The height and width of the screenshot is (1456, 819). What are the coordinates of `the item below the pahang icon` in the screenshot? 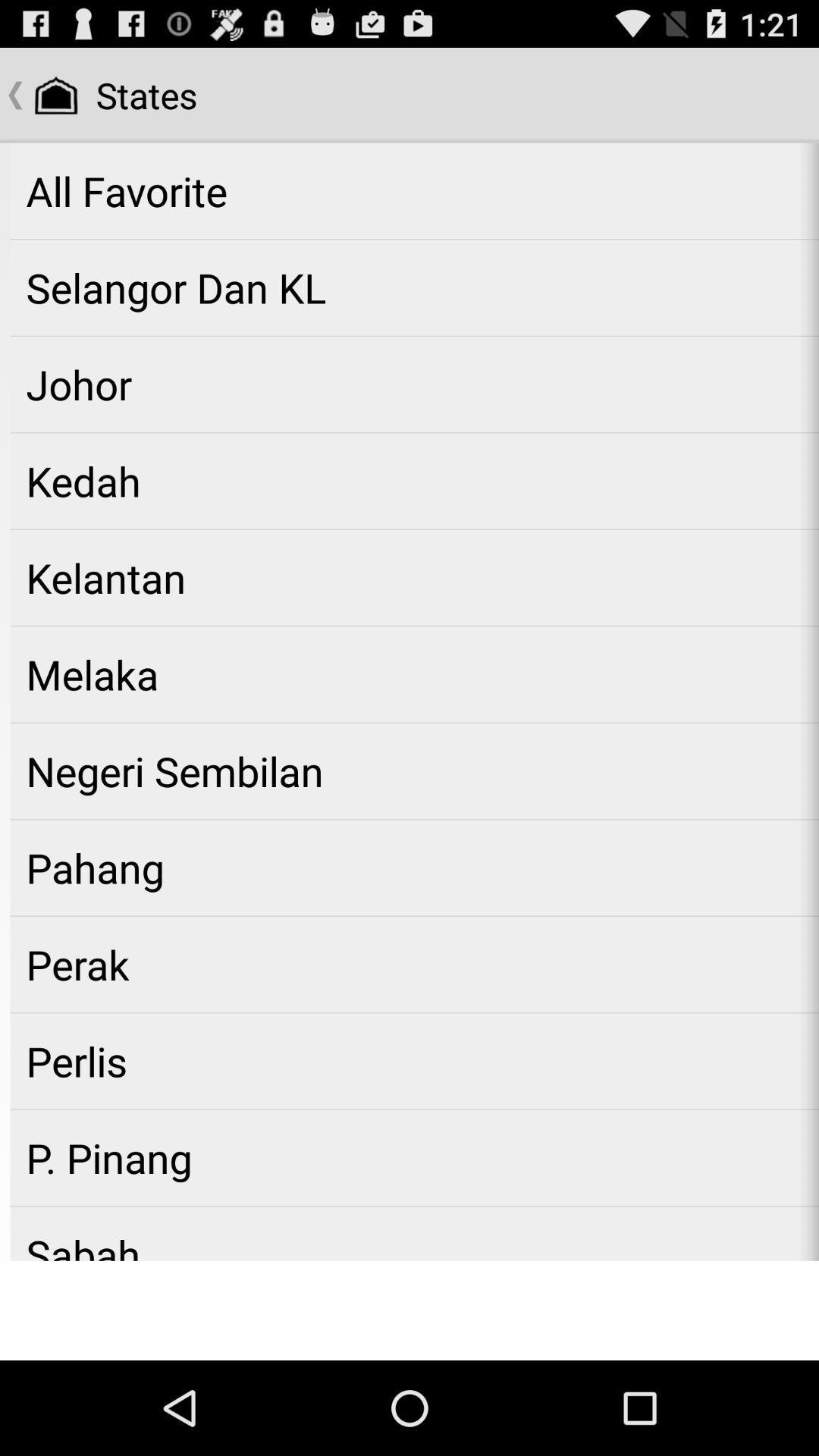 It's located at (414, 964).